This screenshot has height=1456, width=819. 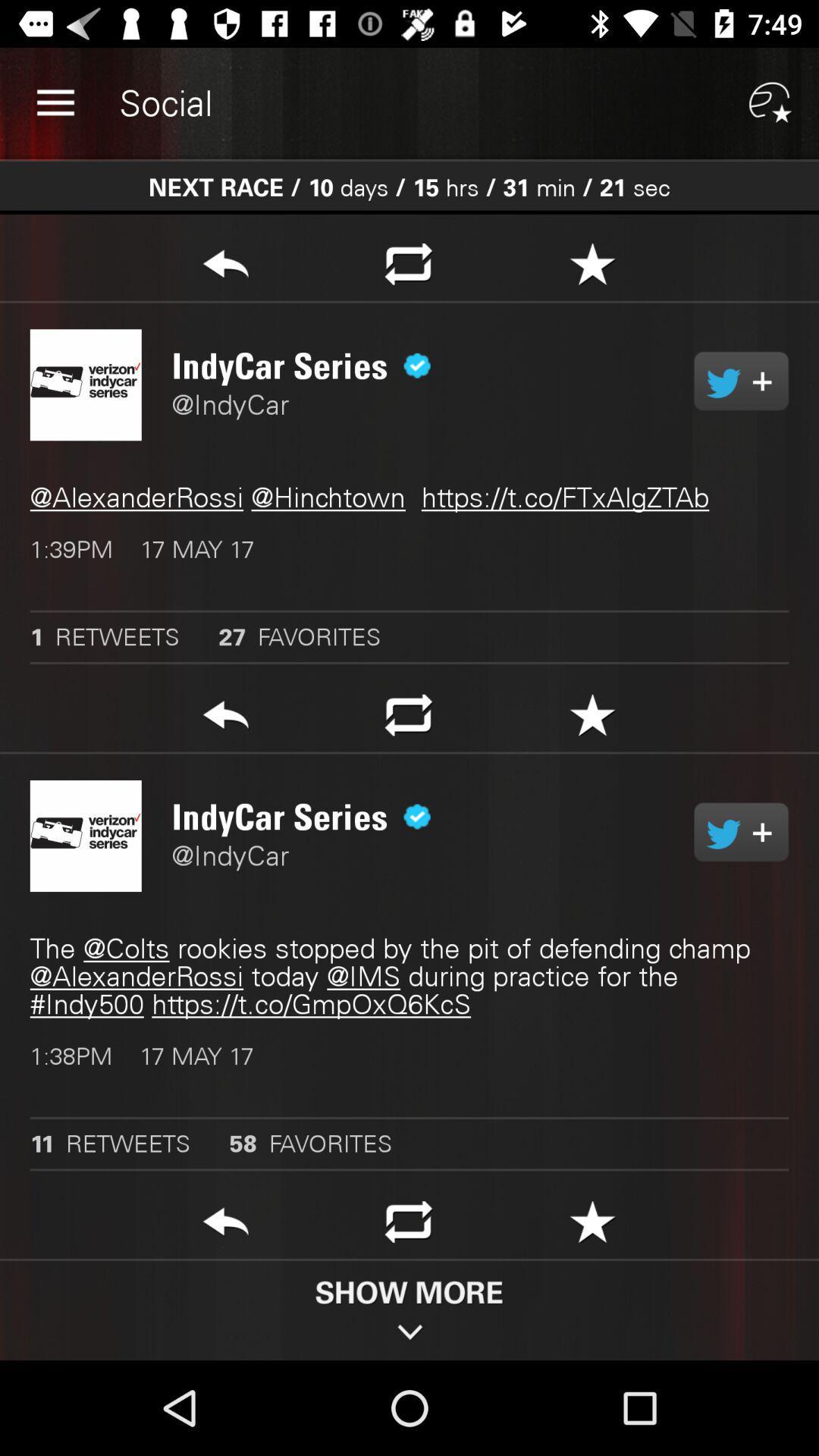 I want to click on to favorites, so click(x=591, y=1226).